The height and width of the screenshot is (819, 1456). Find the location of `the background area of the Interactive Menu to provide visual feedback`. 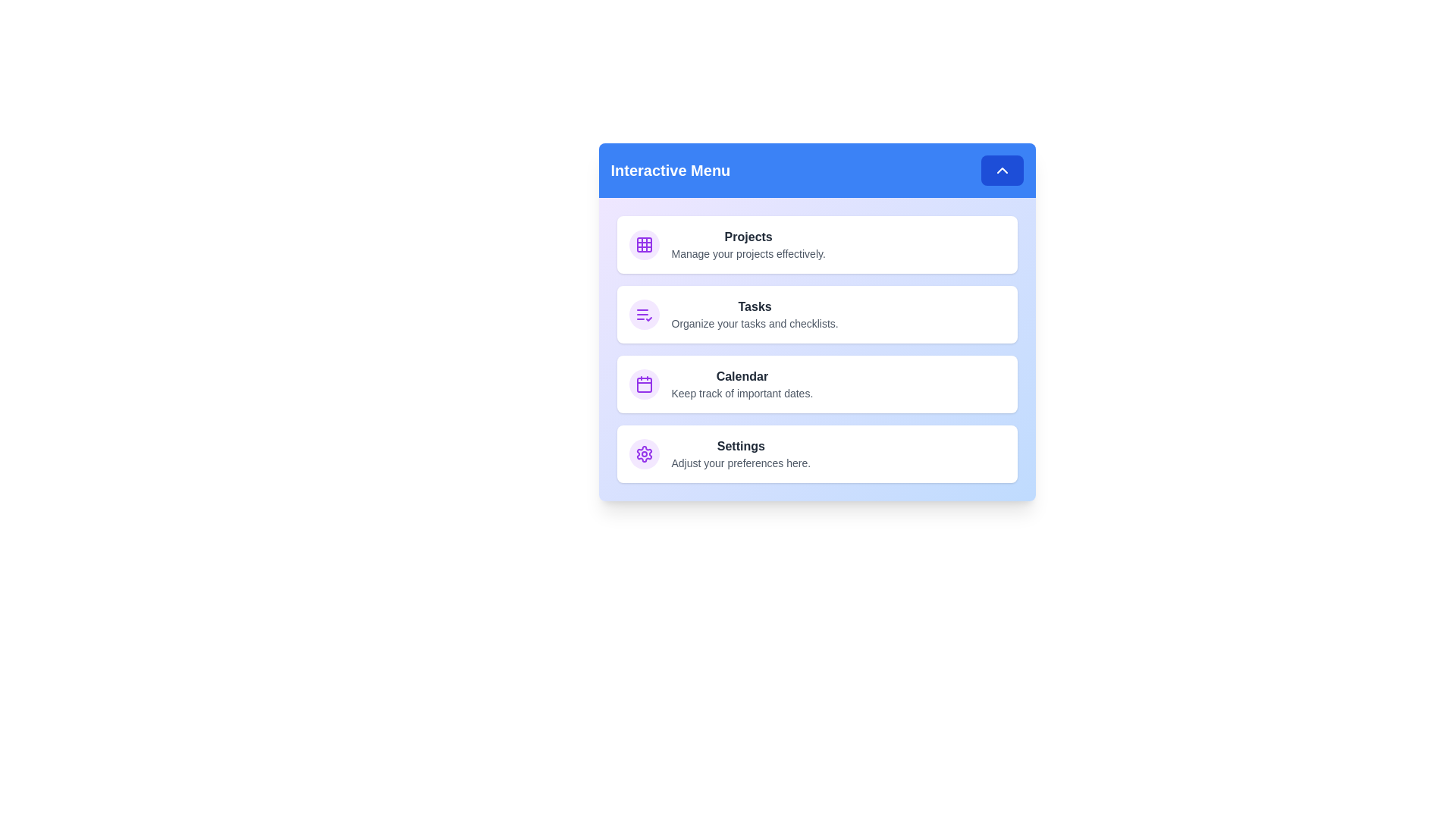

the background area of the Interactive Menu to provide visual feedback is located at coordinates (816, 321).